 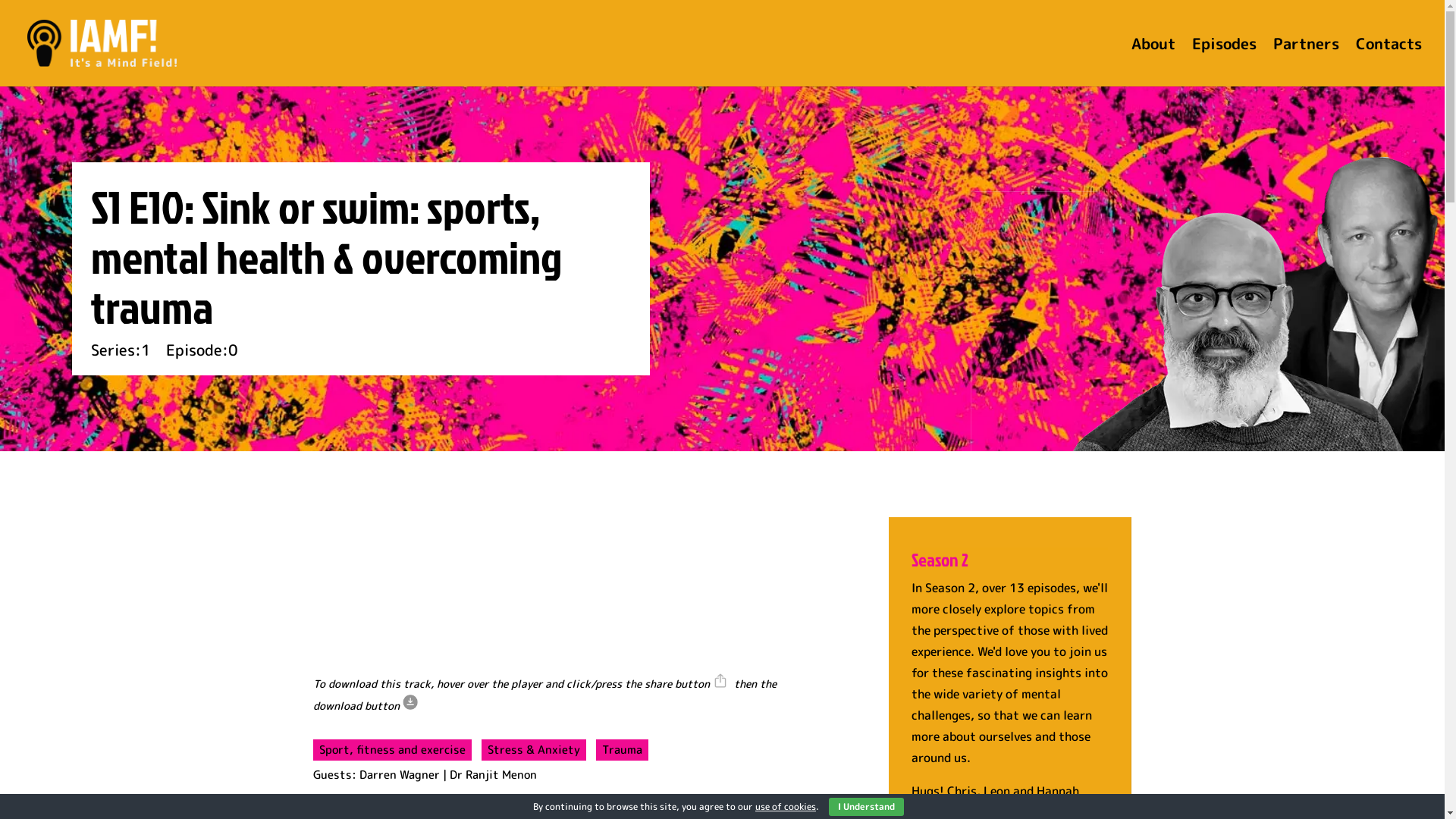 I want to click on 'use of cookies', so click(x=786, y=805).